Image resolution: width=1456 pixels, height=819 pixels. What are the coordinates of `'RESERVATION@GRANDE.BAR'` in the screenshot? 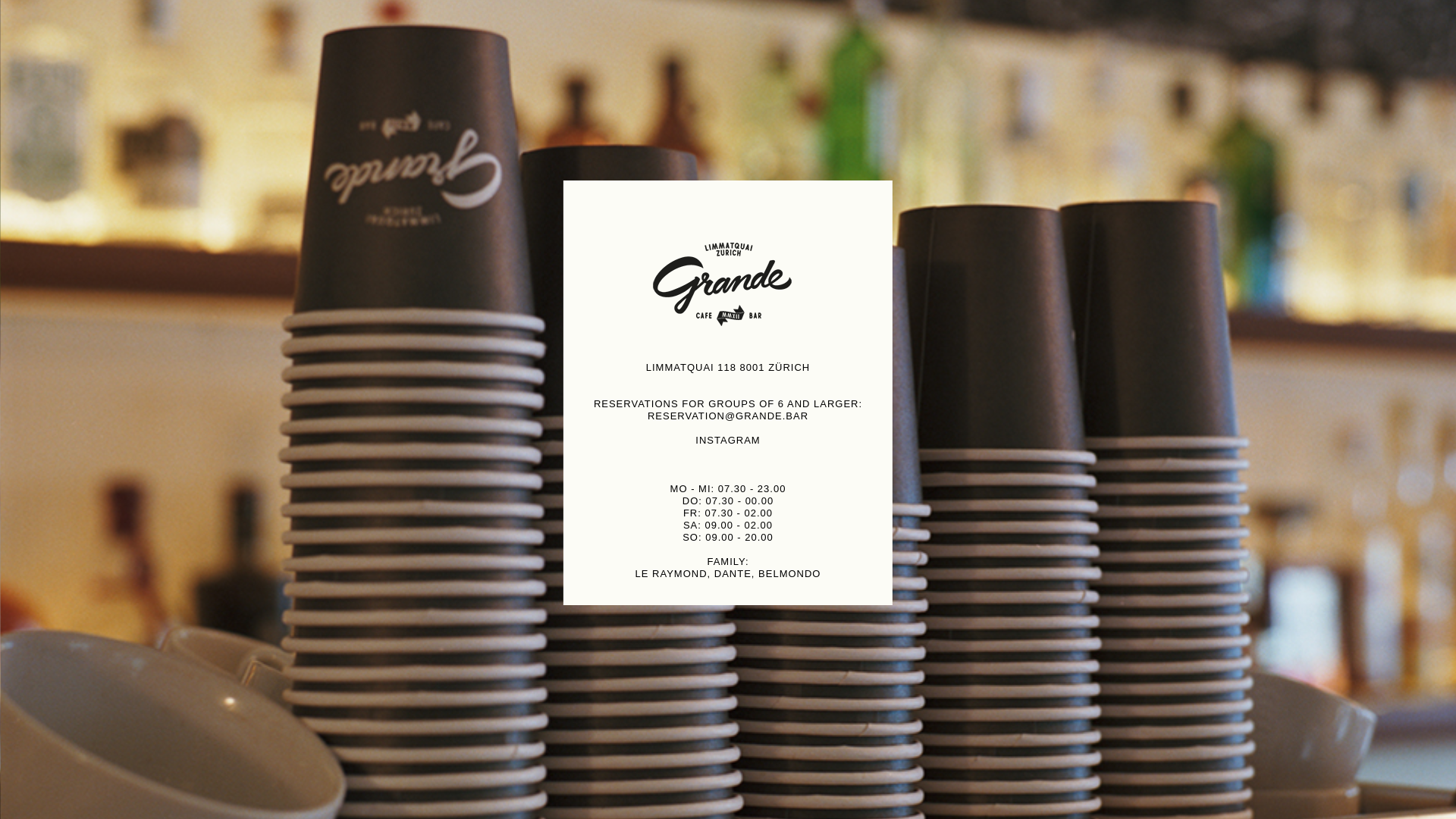 It's located at (728, 416).